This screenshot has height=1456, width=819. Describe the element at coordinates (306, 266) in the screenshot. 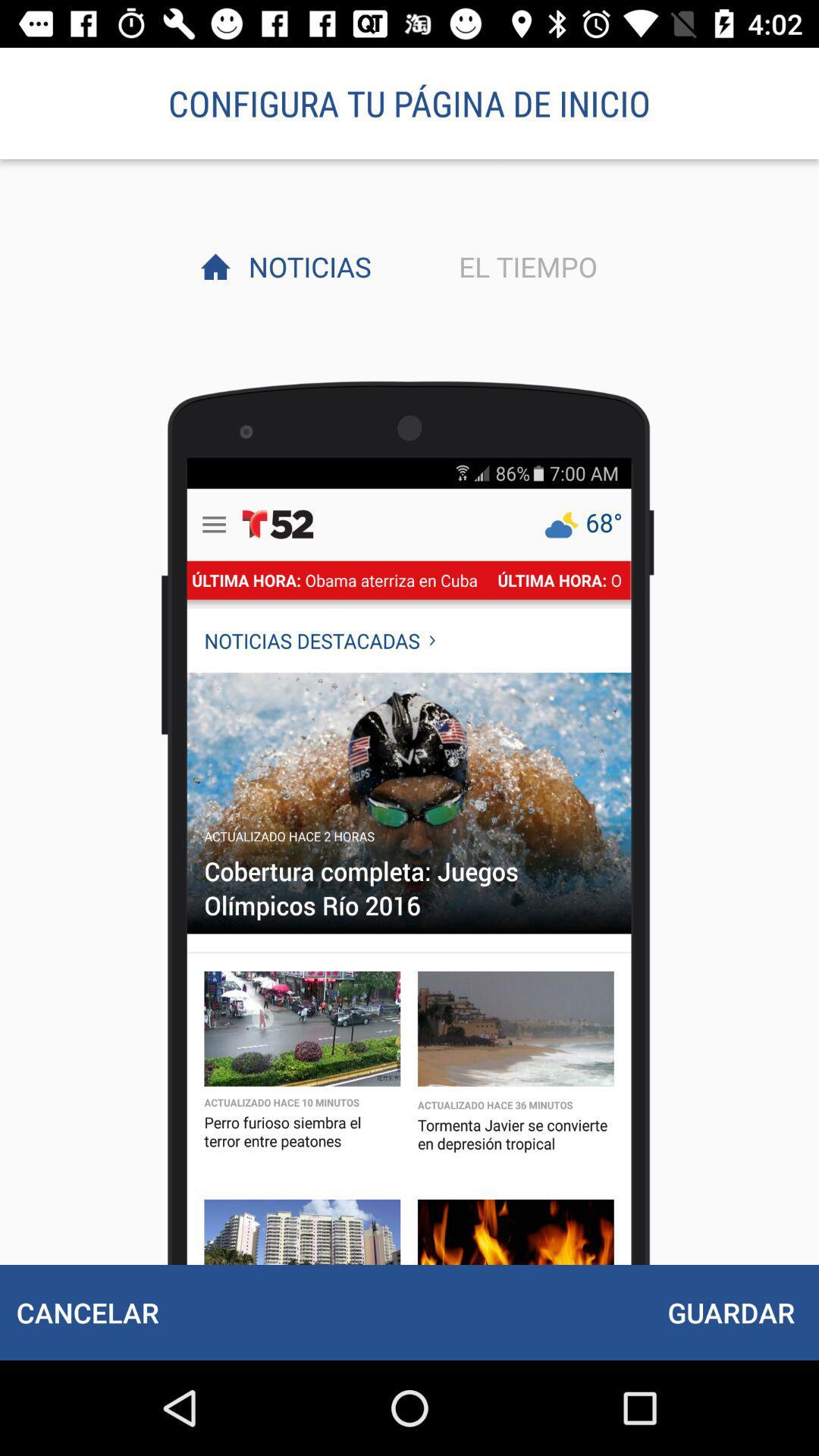

I see `the item next to el tiempo item` at that location.